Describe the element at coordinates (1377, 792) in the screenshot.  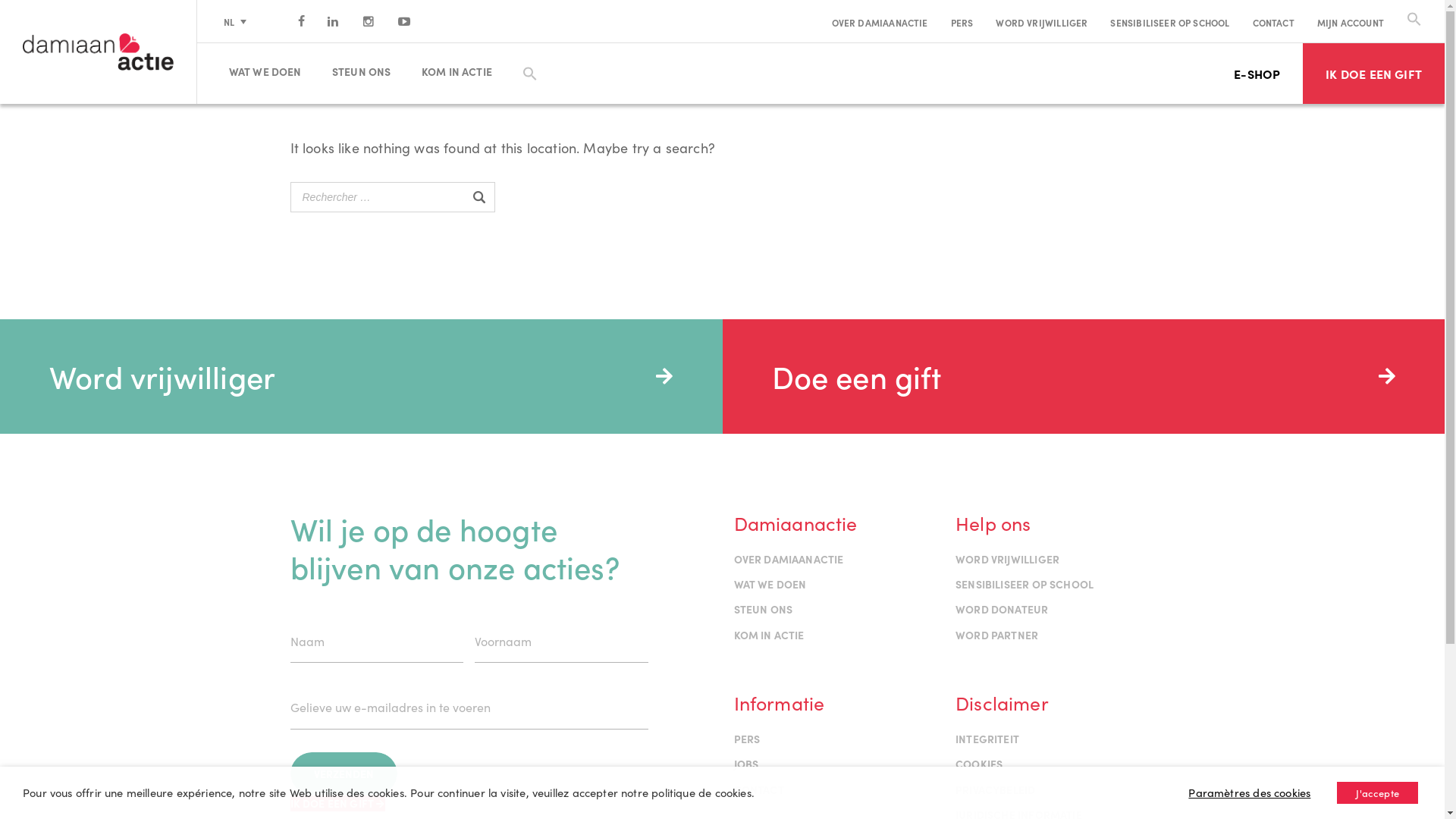
I see `'J'accepte'` at that location.